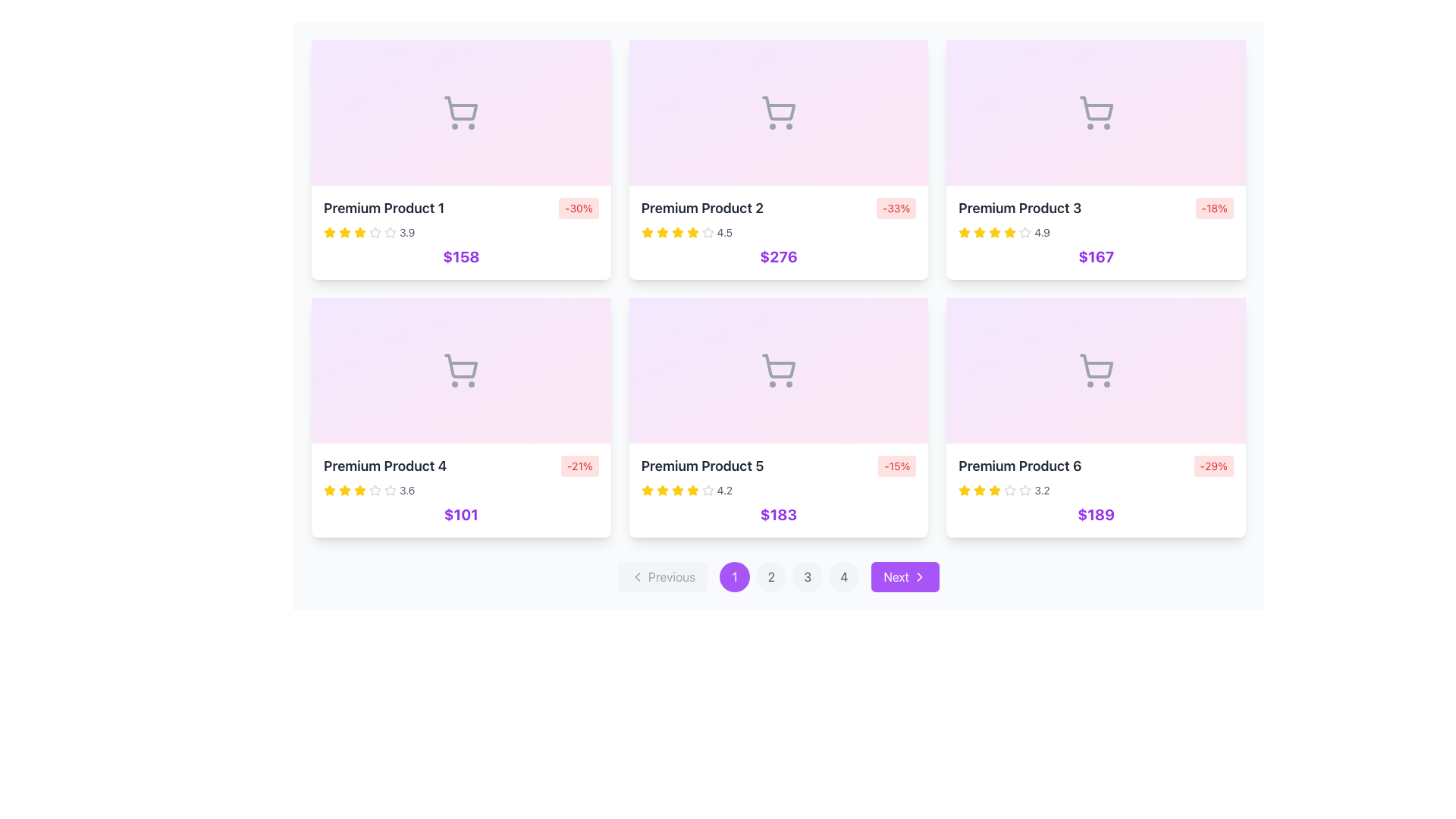  I want to click on the shopping cart icon with a gray outline, located centrally within the 'Premium Product 3' card, positioned in the upper half above the text and pricing details, so click(1096, 112).